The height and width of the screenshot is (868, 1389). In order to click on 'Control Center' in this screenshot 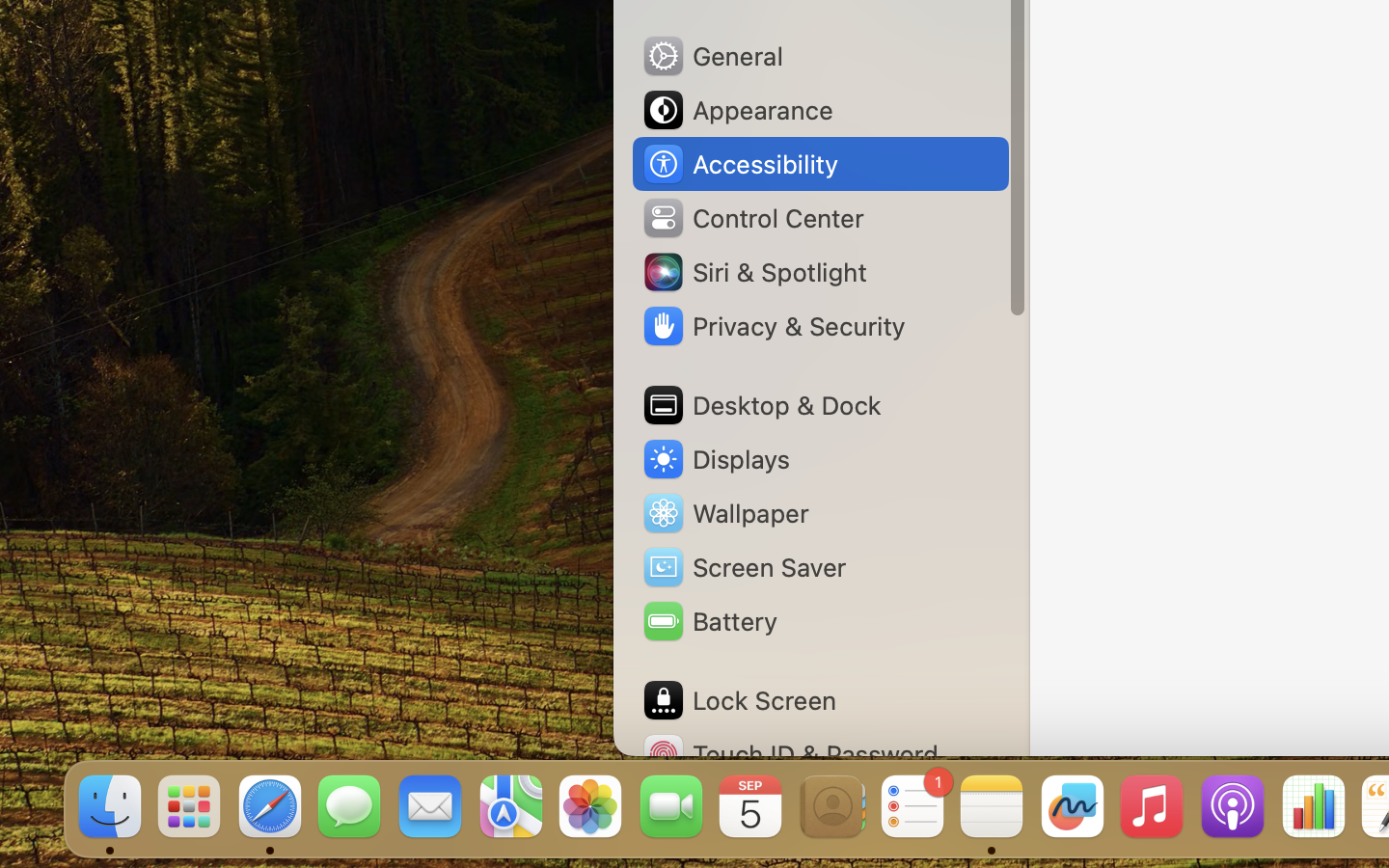, I will do `click(751, 217)`.